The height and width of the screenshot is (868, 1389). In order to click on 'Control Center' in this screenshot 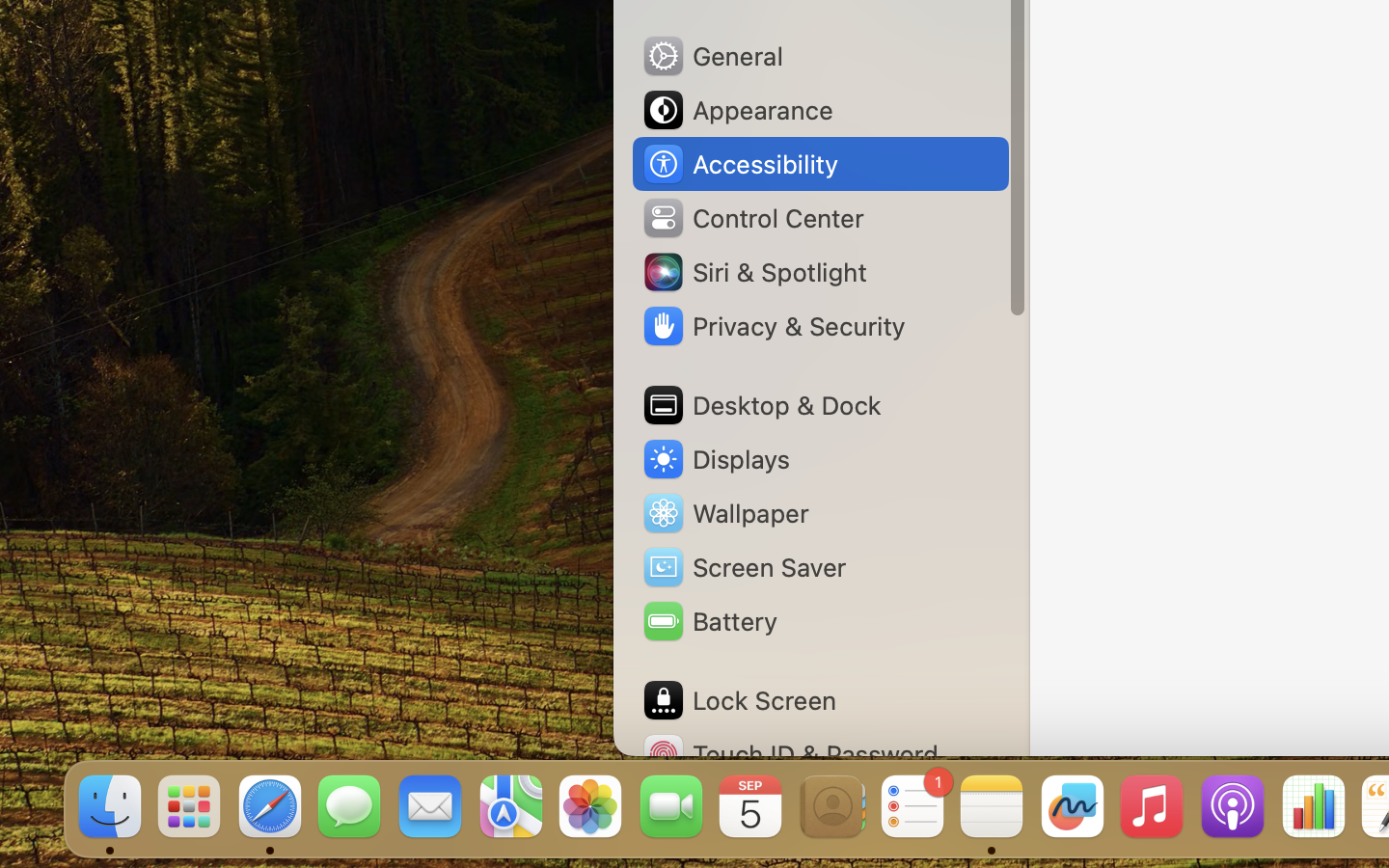, I will do `click(751, 217)`.